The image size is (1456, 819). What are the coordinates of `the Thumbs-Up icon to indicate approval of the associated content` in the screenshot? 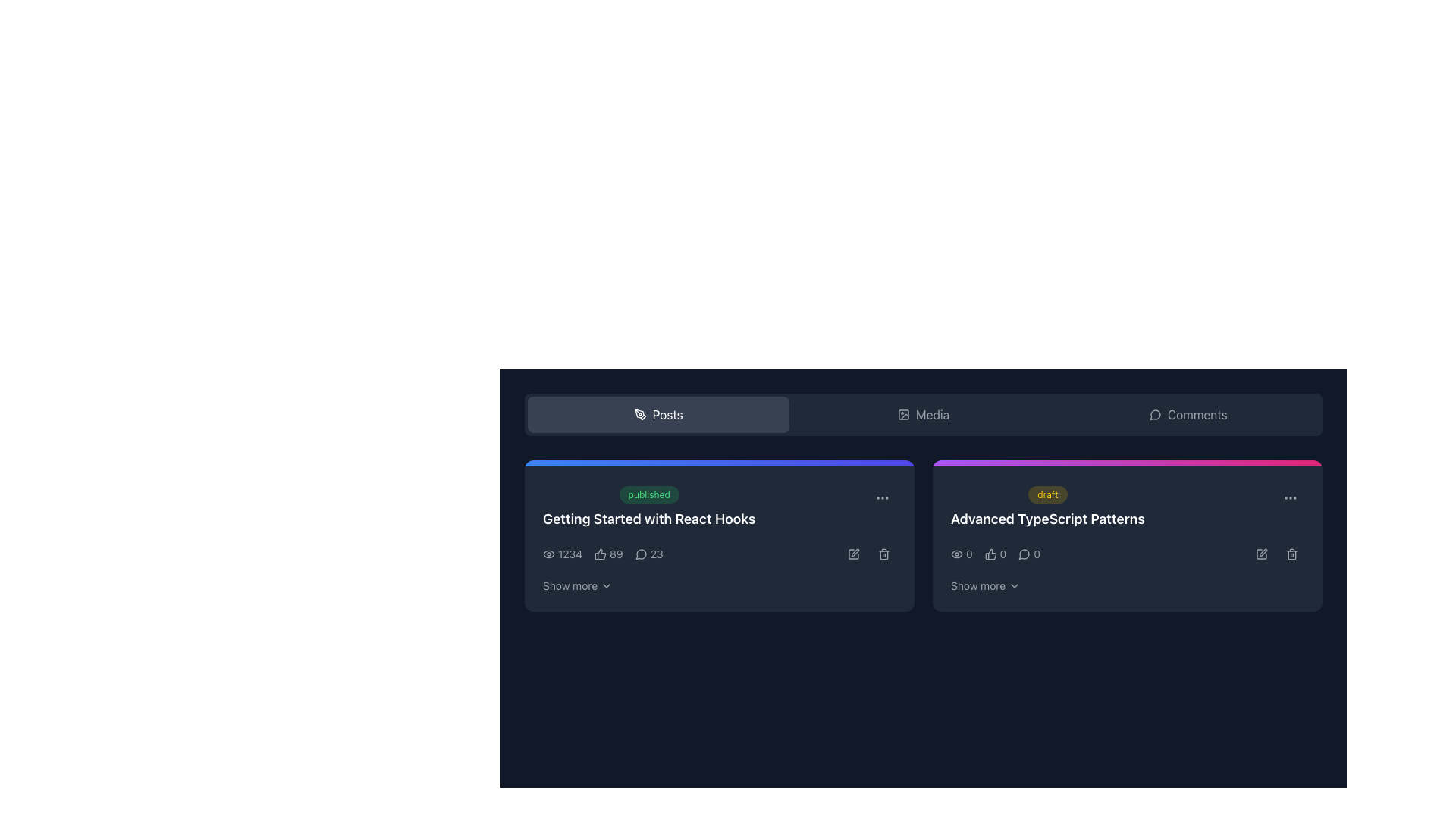 It's located at (990, 554).